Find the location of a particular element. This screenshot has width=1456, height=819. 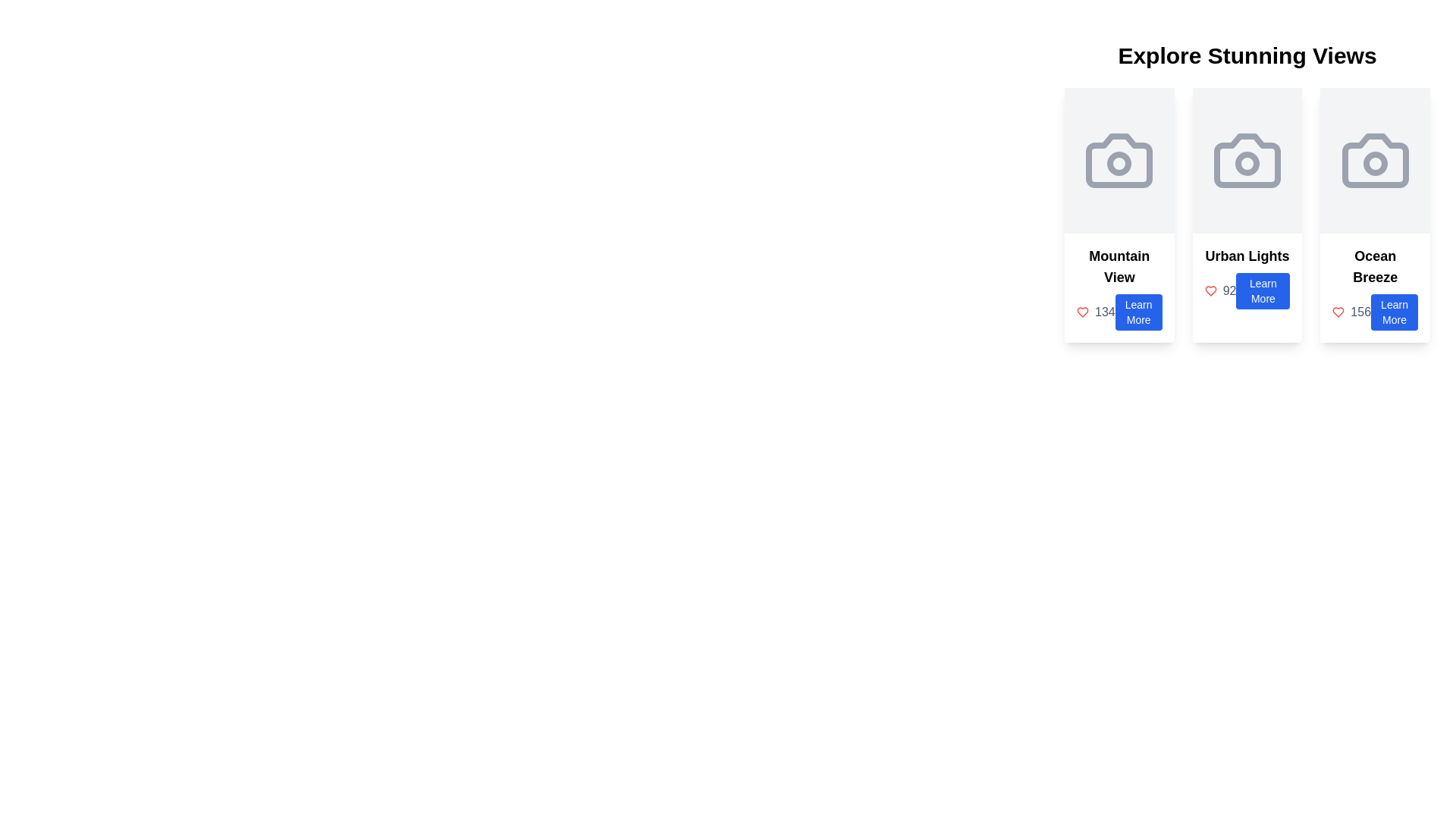

the camera icon with rounded corners, colored gray, located in the center of the second card beneath the title 'Explore Stunning Views' is located at coordinates (1247, 161).